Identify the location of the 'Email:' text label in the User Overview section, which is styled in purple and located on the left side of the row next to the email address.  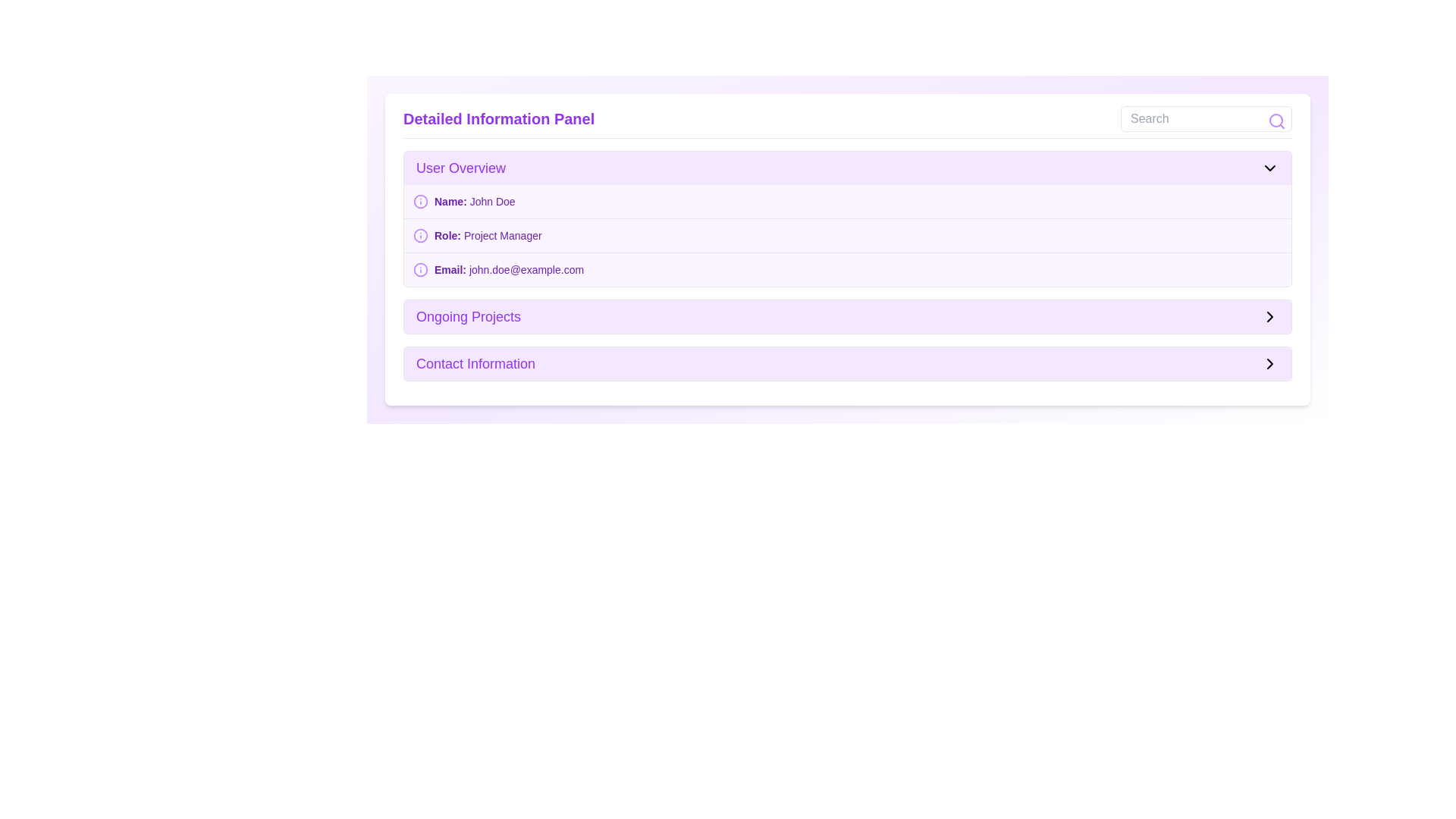
(450, 268).